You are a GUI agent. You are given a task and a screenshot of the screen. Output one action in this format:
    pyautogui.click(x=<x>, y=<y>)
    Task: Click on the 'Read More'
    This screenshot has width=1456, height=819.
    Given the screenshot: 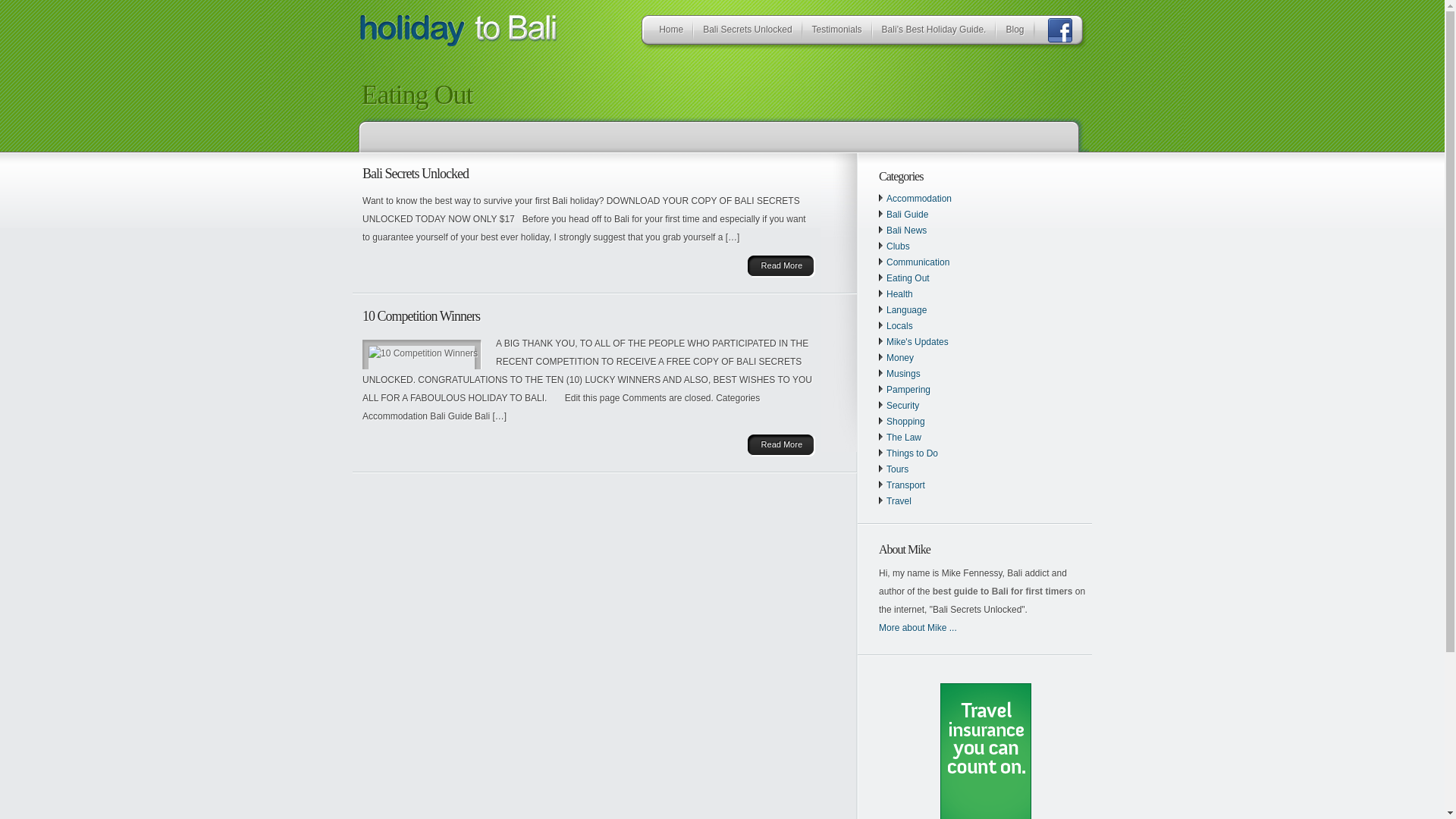 What is the action you would take?
    pyautogui.click(x=781, y=444)
    